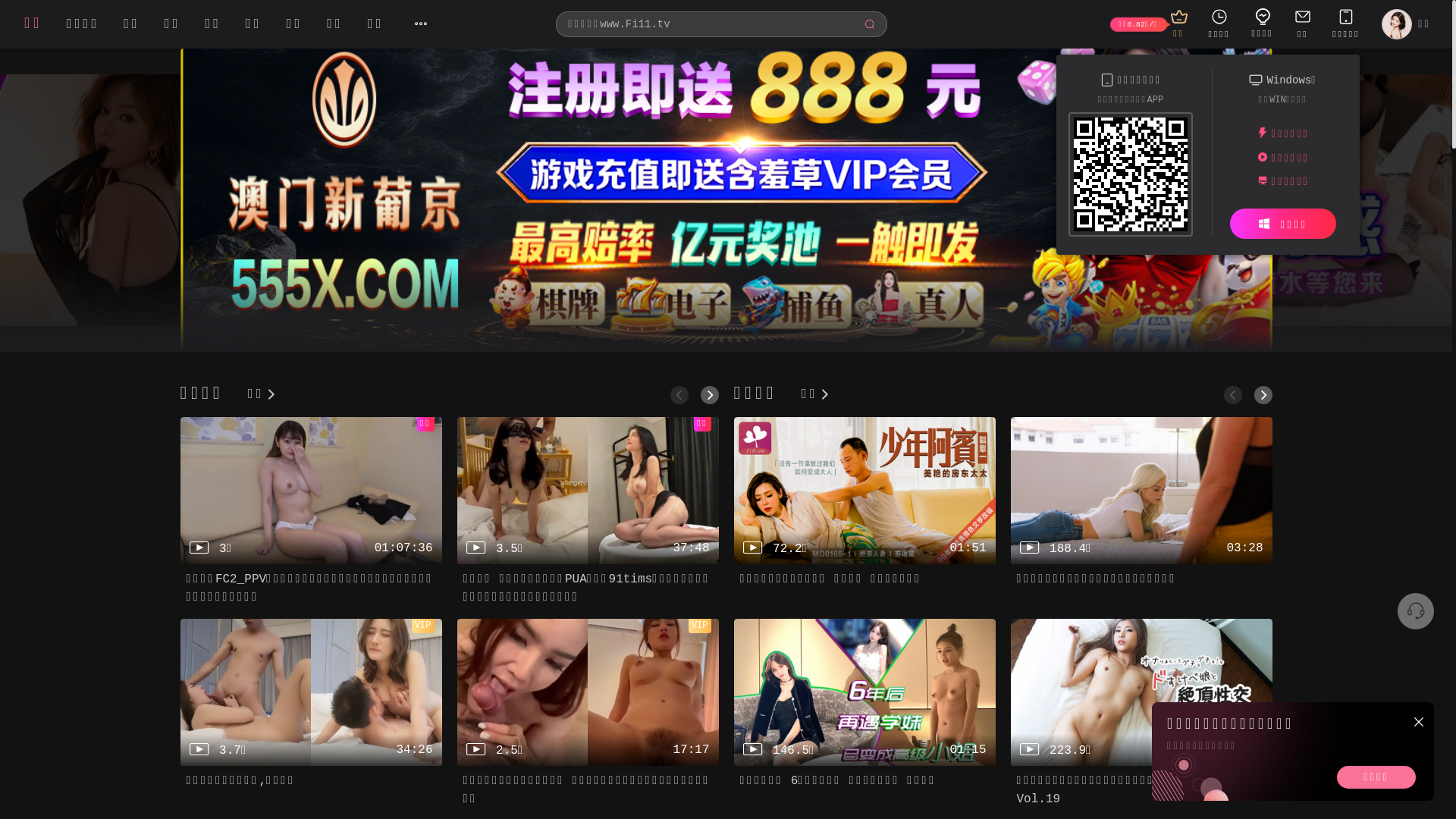 The height and width of the screenshot is (819, 1456). What do you see at coordinates (1131, 177) in the screenshot?
I see `'https://op.xinxi56.com?id=49847223'` at bounding box center [1131, 177].